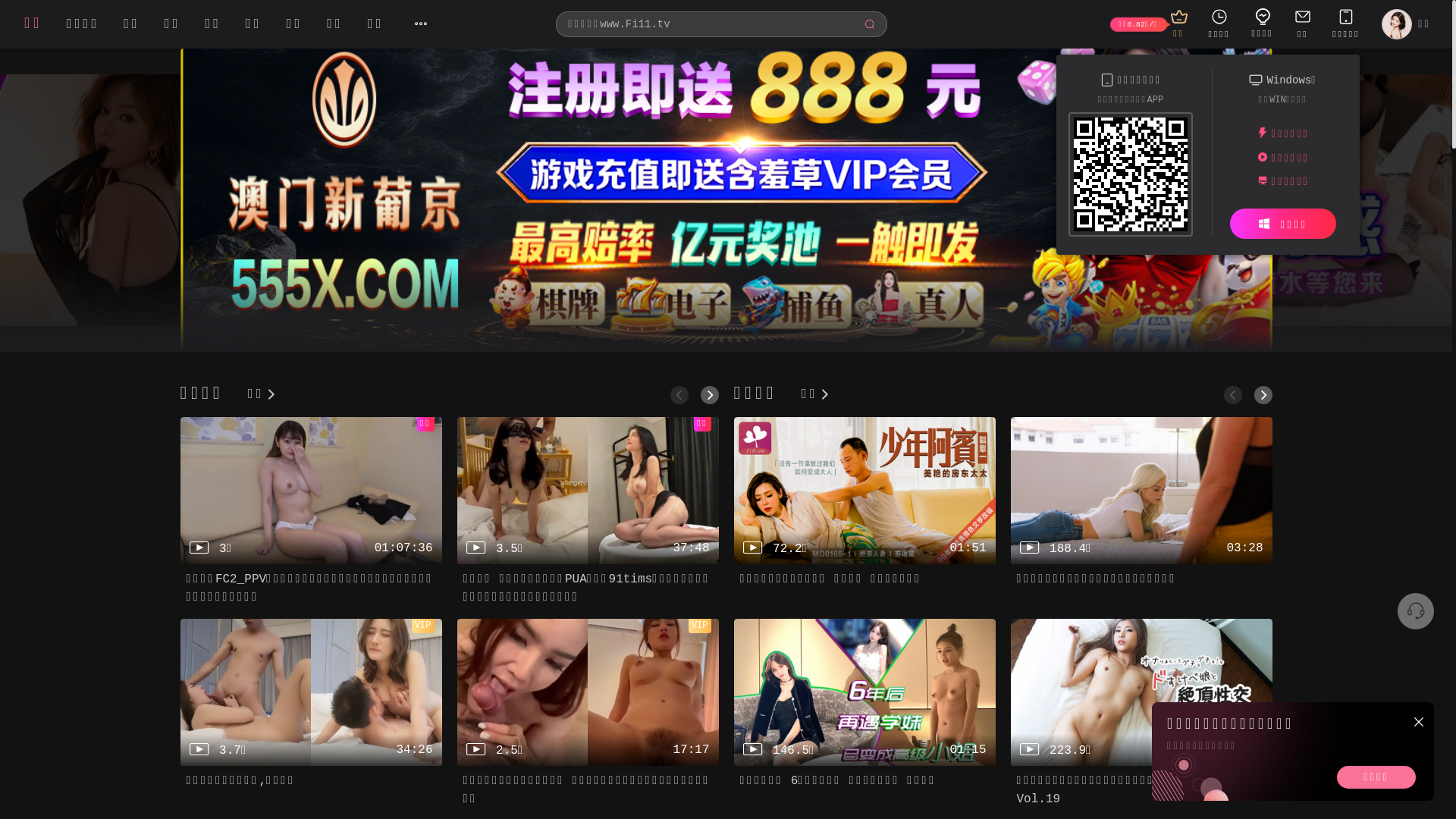 The height and width of the screenshot is (819, 1456). What do you see at coordinates (1131, 177) in the screenshot?
I see `'https://op.xinxi56.com?id=49847223'` at bounding box center [1131, 177].